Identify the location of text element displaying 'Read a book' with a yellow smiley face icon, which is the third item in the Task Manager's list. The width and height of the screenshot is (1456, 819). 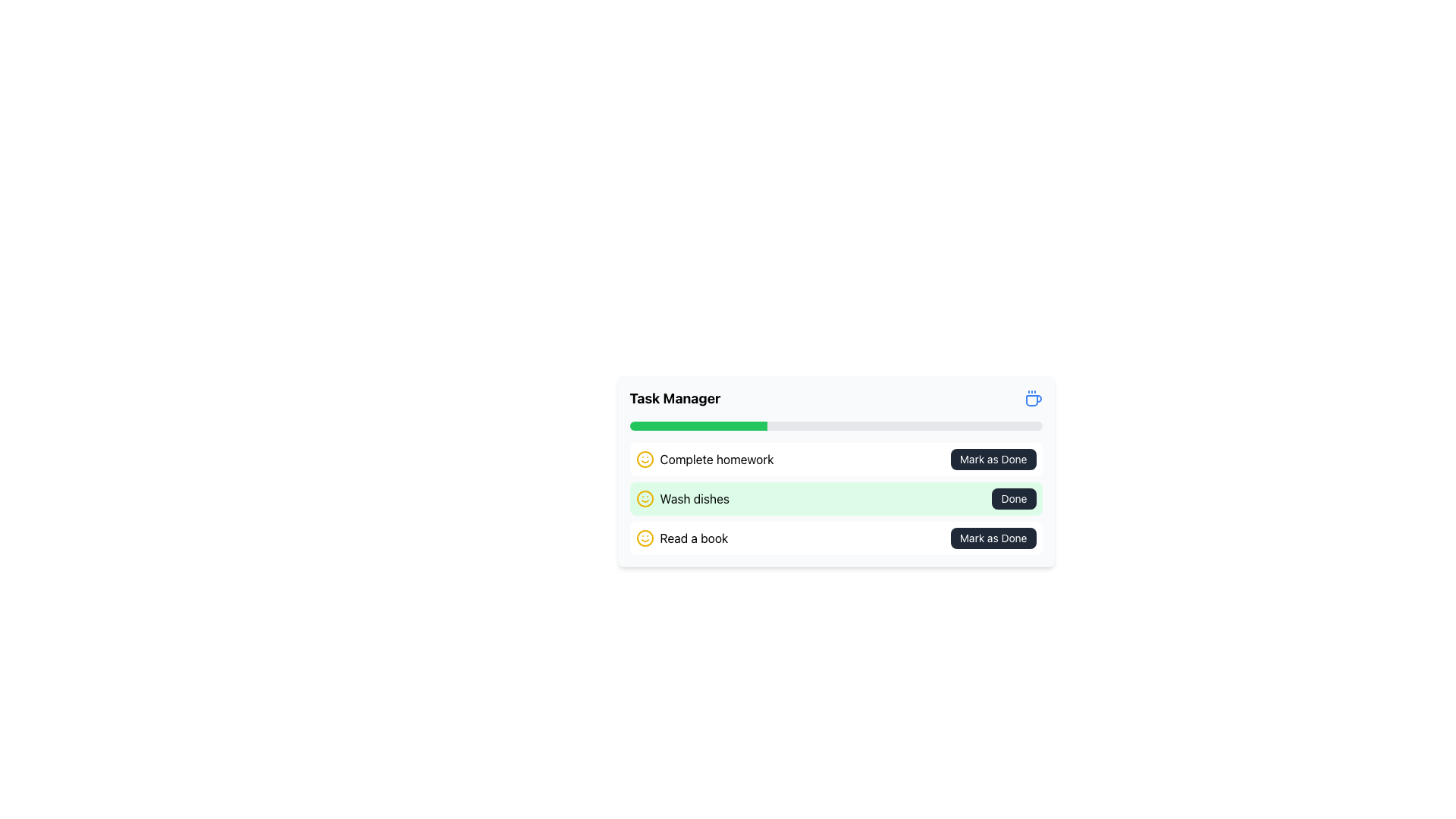
(681, 537).